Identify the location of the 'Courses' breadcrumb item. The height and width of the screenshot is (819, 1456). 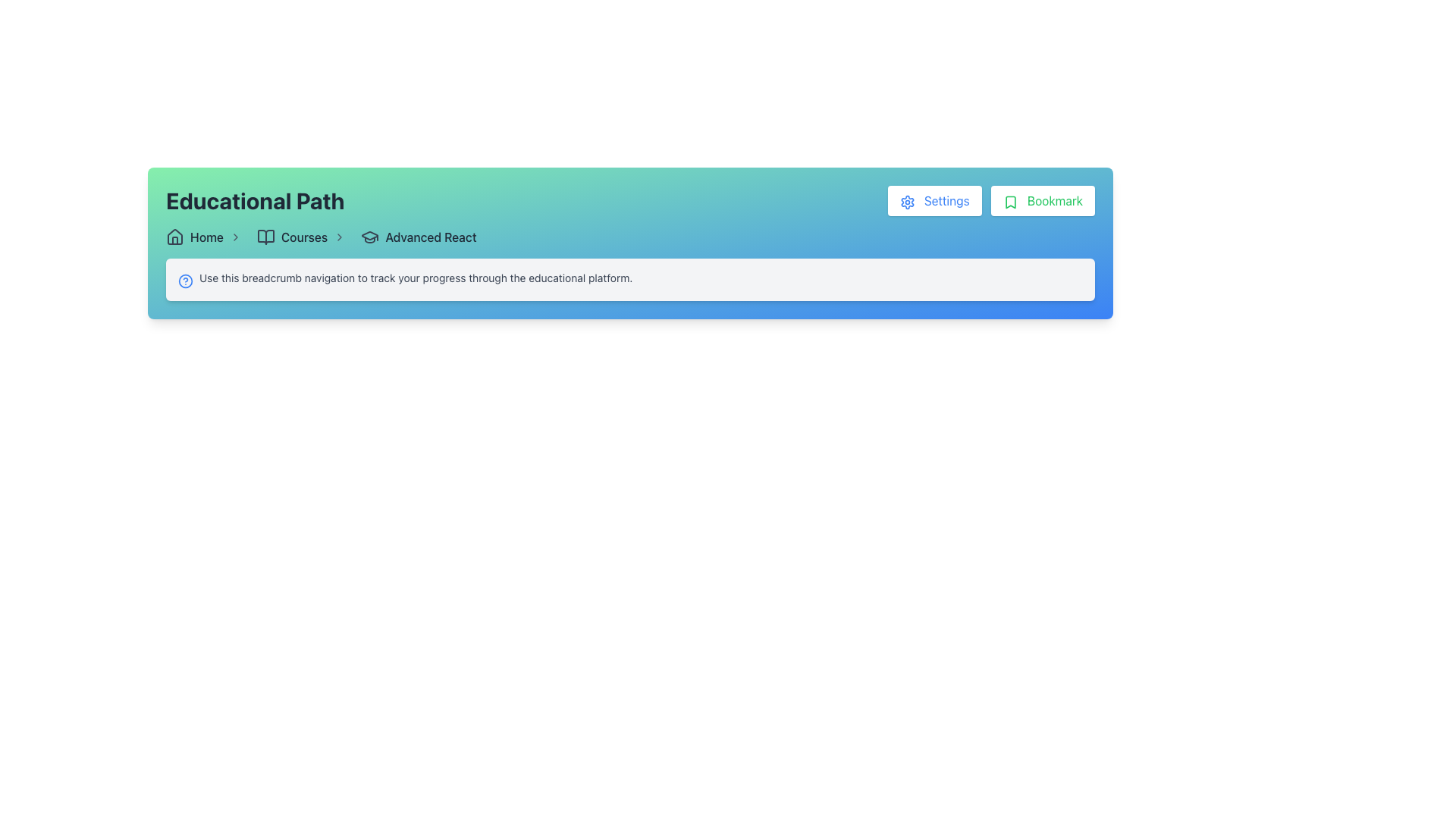
(303, 237).